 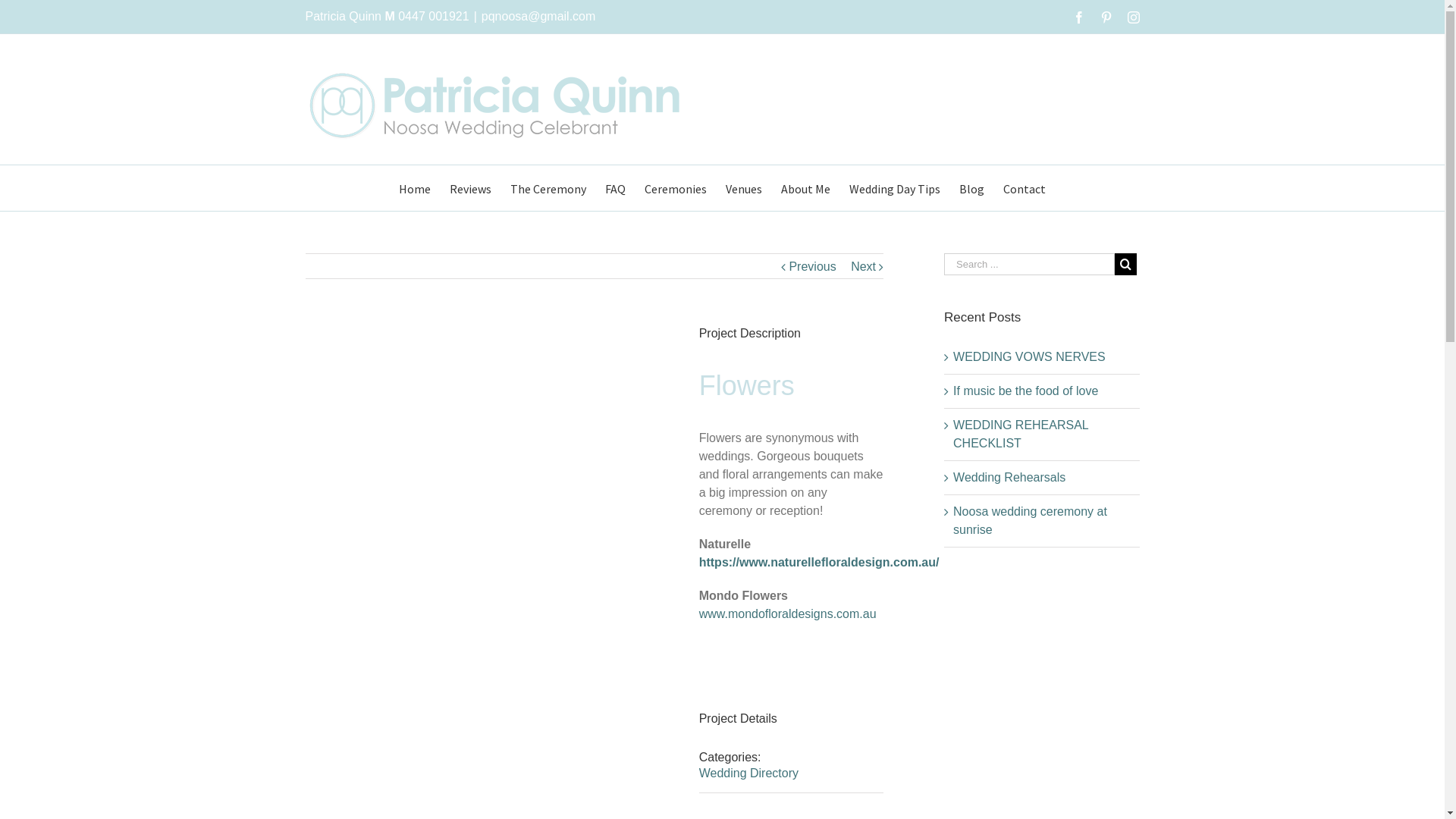 What do you see at coordinates (1020, 434) in the screenshot?
I see `'WEDDING REHEARSAL CHECKLIST'` at bounding box center [1020, 434].